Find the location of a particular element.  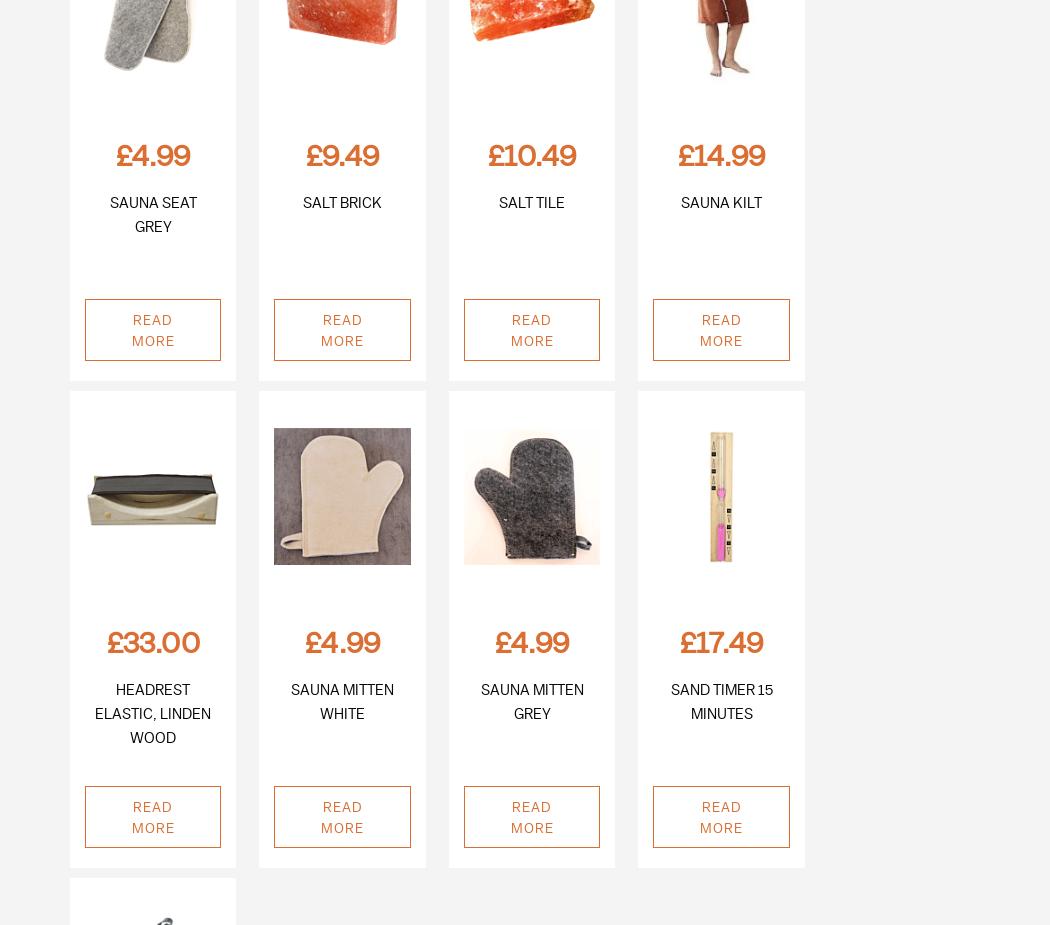

'£9.49' is located at coordinates (340, 154).